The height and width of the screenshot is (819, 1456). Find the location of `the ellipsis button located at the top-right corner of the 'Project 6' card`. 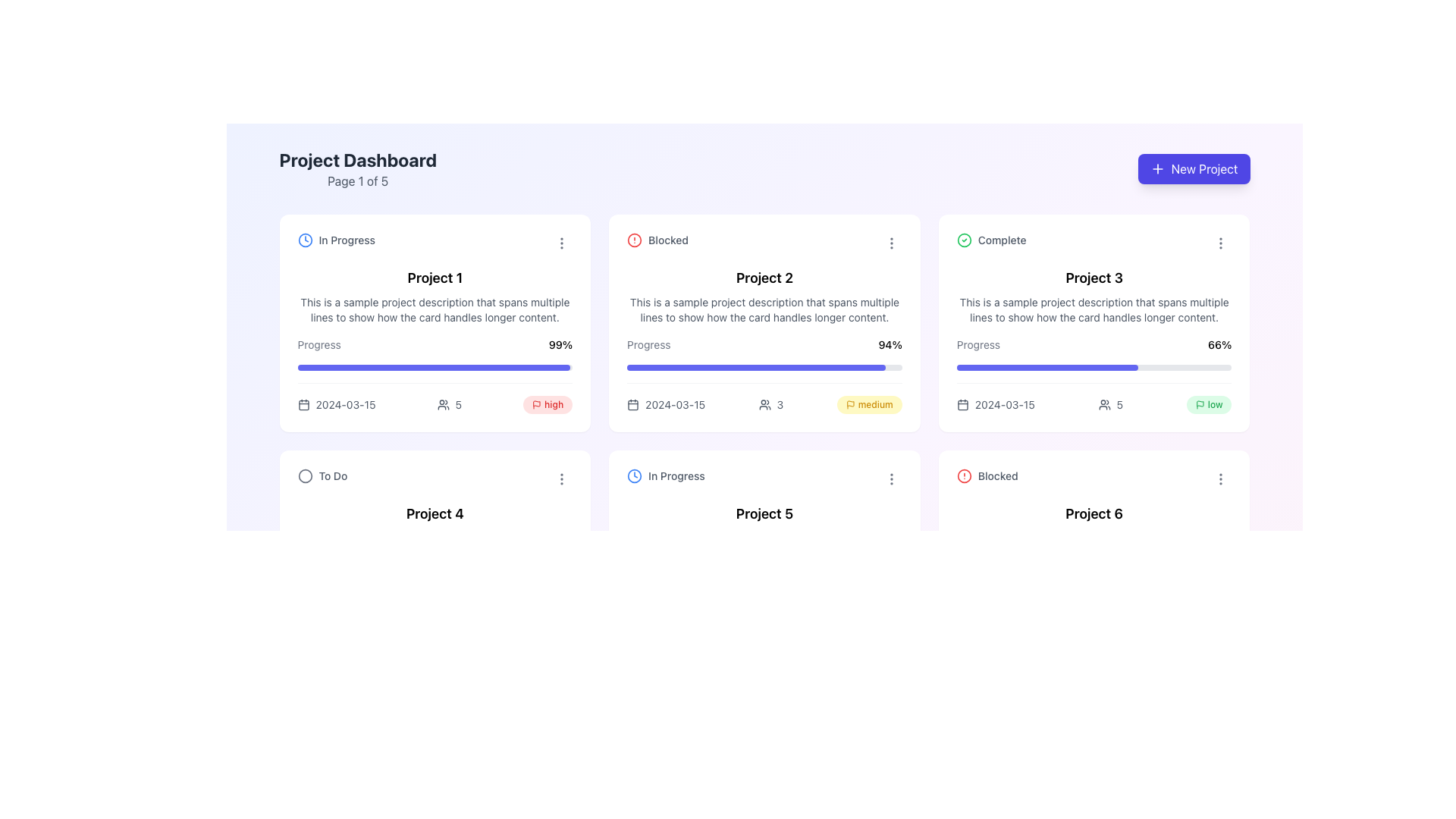

the ellipsis button located at the top-right corner of the 'Project 6' card is located at coordinates (1221, 479).